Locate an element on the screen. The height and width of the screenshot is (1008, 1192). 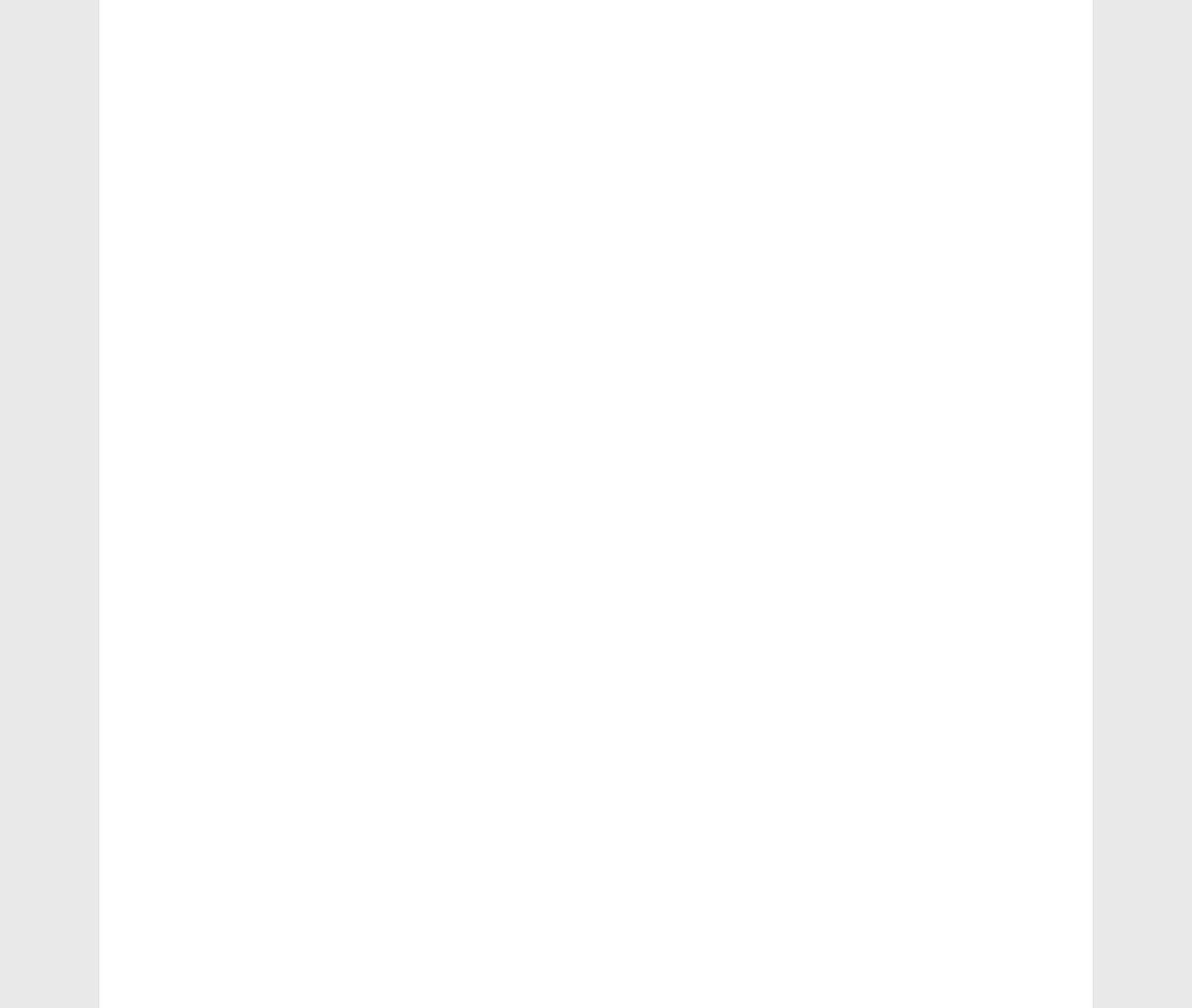
'technical education' is located at coordinates (208, 467).